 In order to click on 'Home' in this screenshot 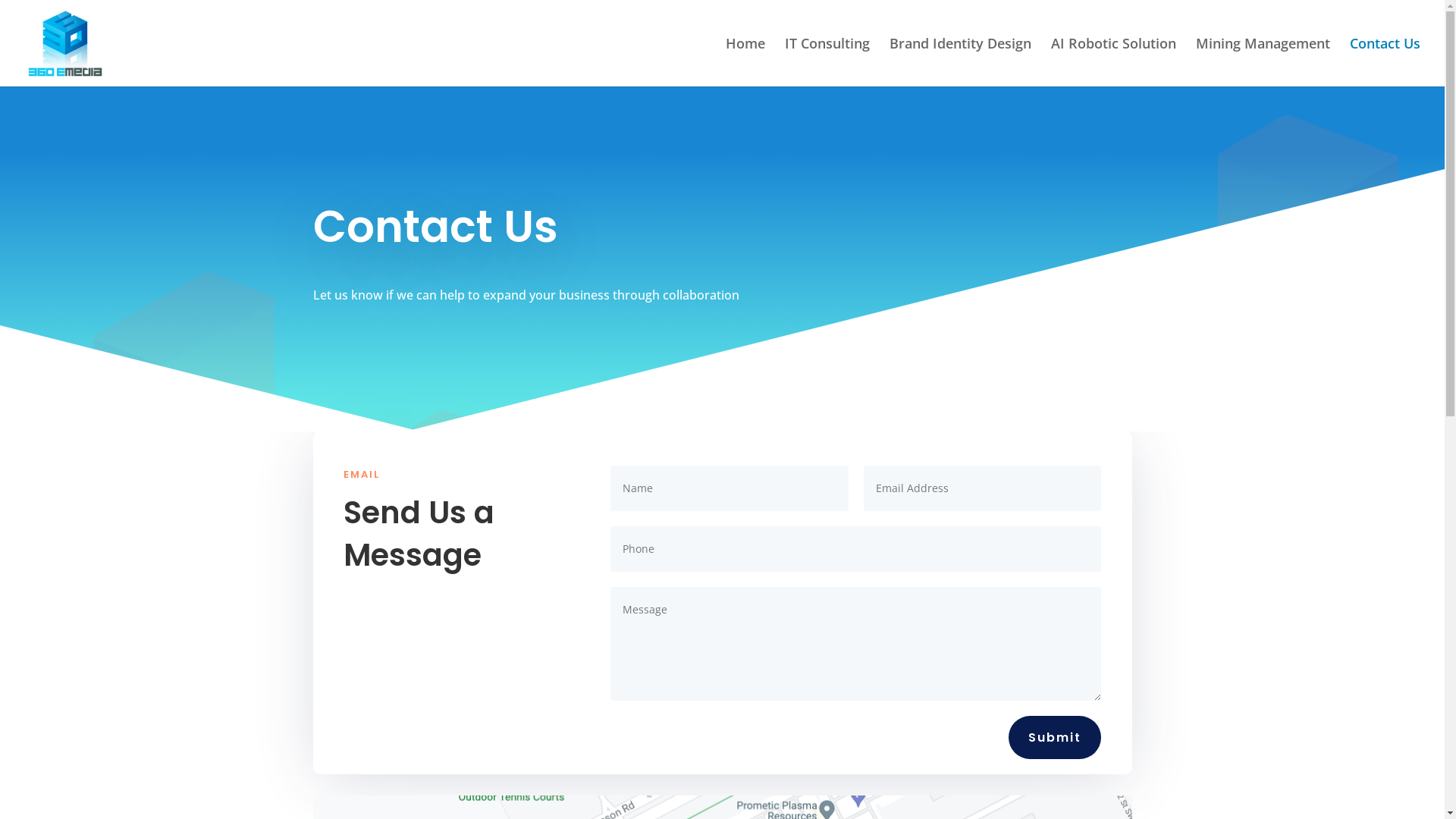, I will do `click(724, 61)`.